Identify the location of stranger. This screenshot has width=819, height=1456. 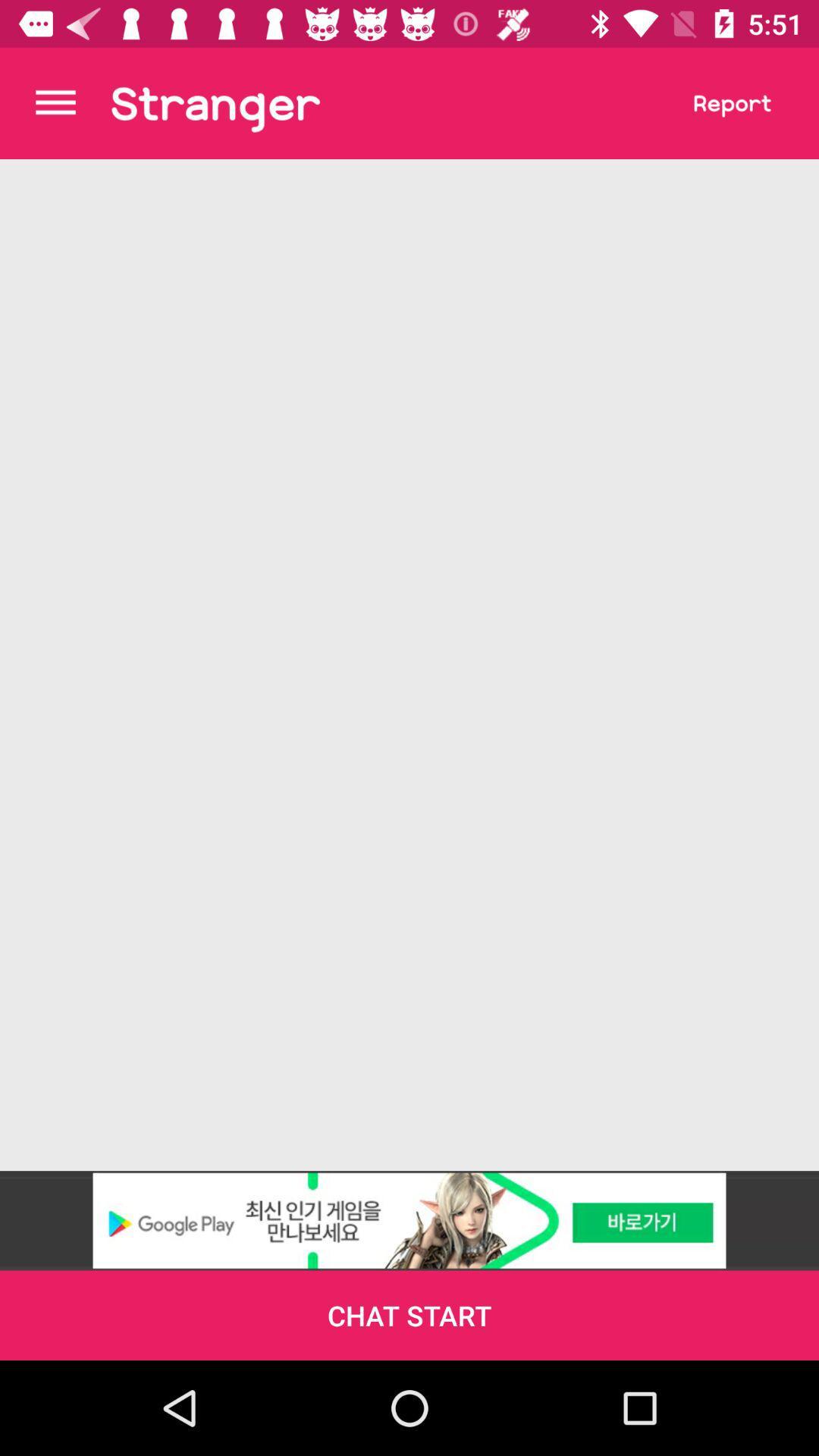
(215, 102).